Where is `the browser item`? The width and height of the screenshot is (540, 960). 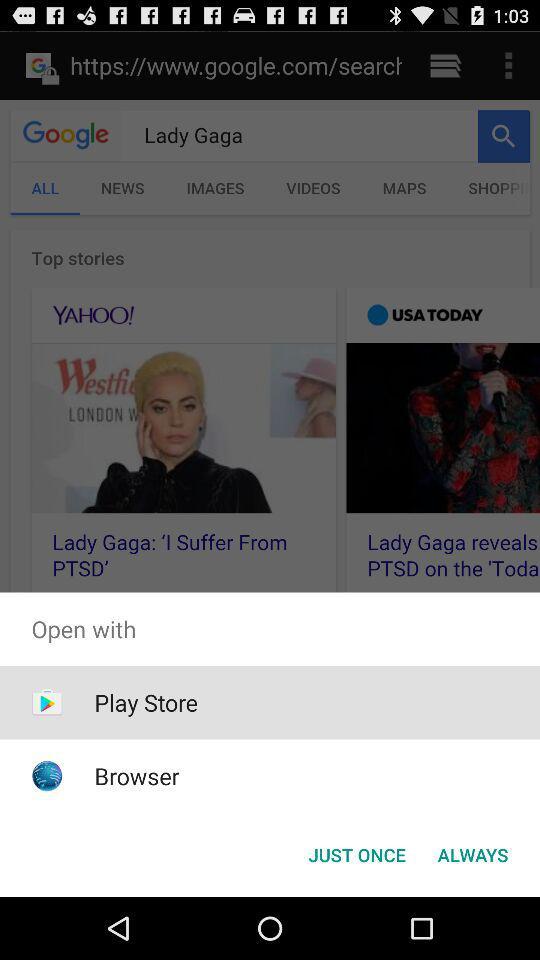
the browser item is located at coordinates (136, 775).